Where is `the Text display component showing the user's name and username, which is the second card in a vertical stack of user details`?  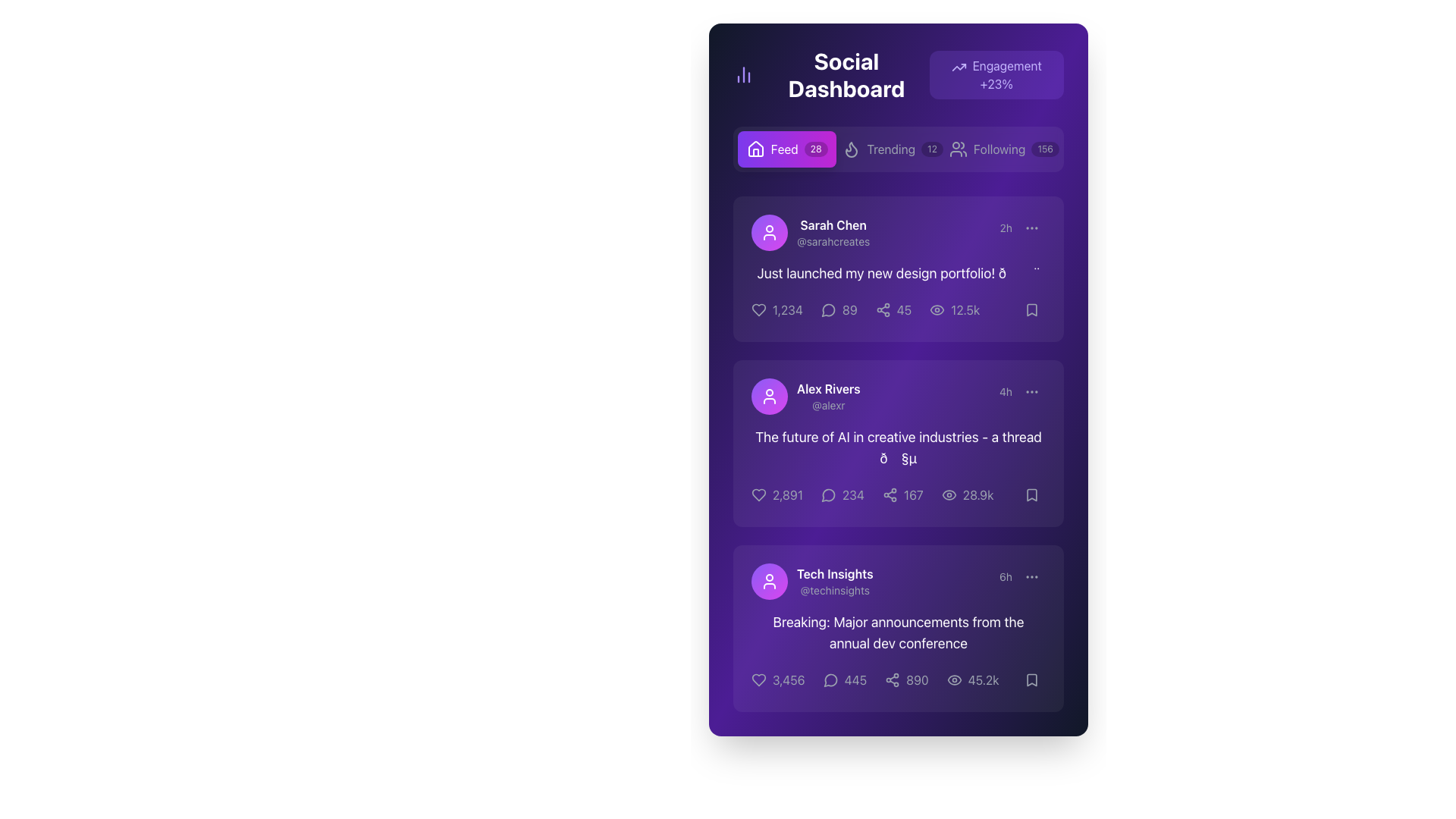 the Text display component showing the user's name and username, which is the second card in a vertical stack of user details is located at coordinates (827, 396).